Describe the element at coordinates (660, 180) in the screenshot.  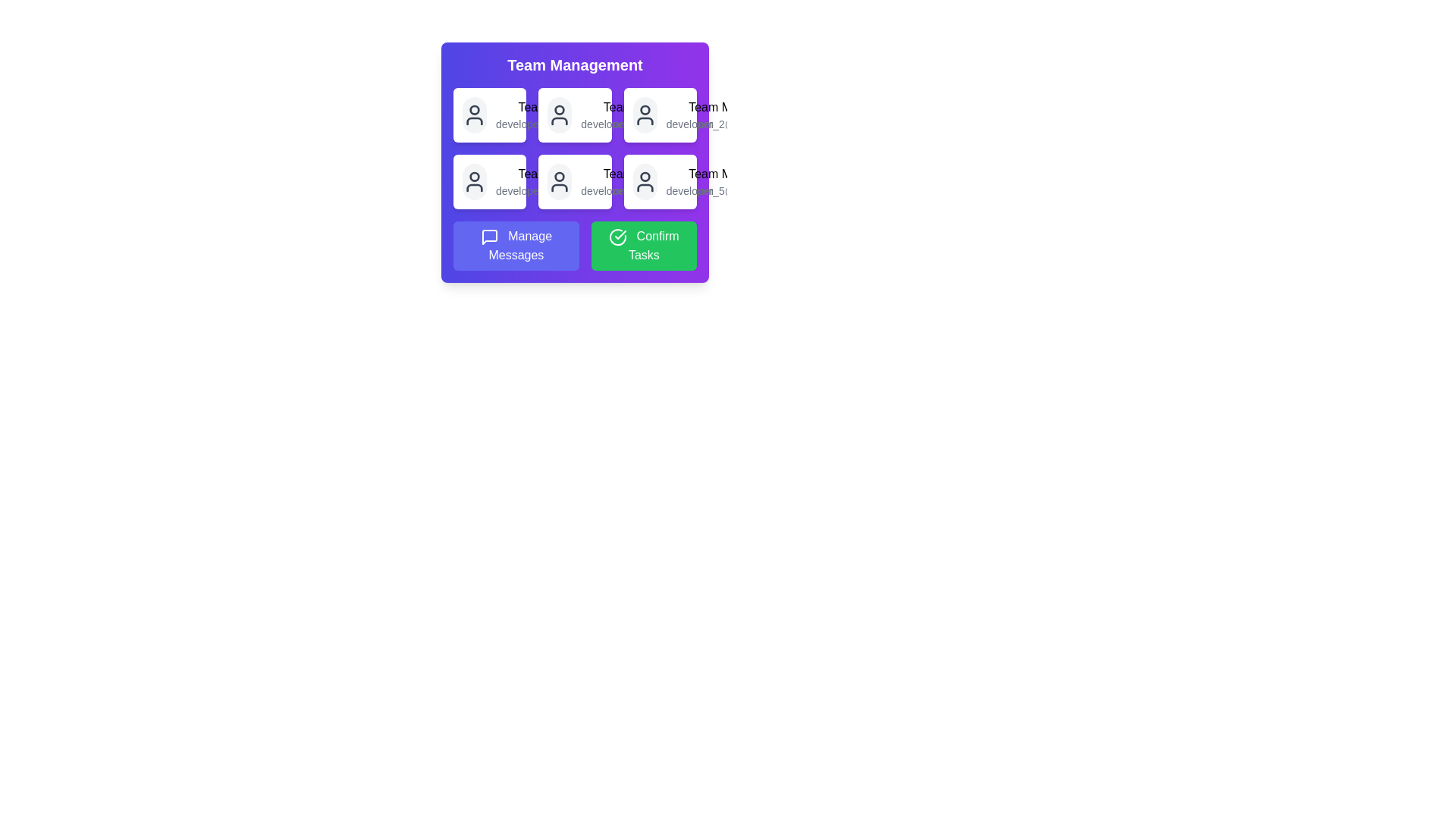
I see `the Card component representing a team member entry, displaying their name and email, located on the right side of the second row in a 3x2 grid layout within the 'Team Management' panel` at that location.